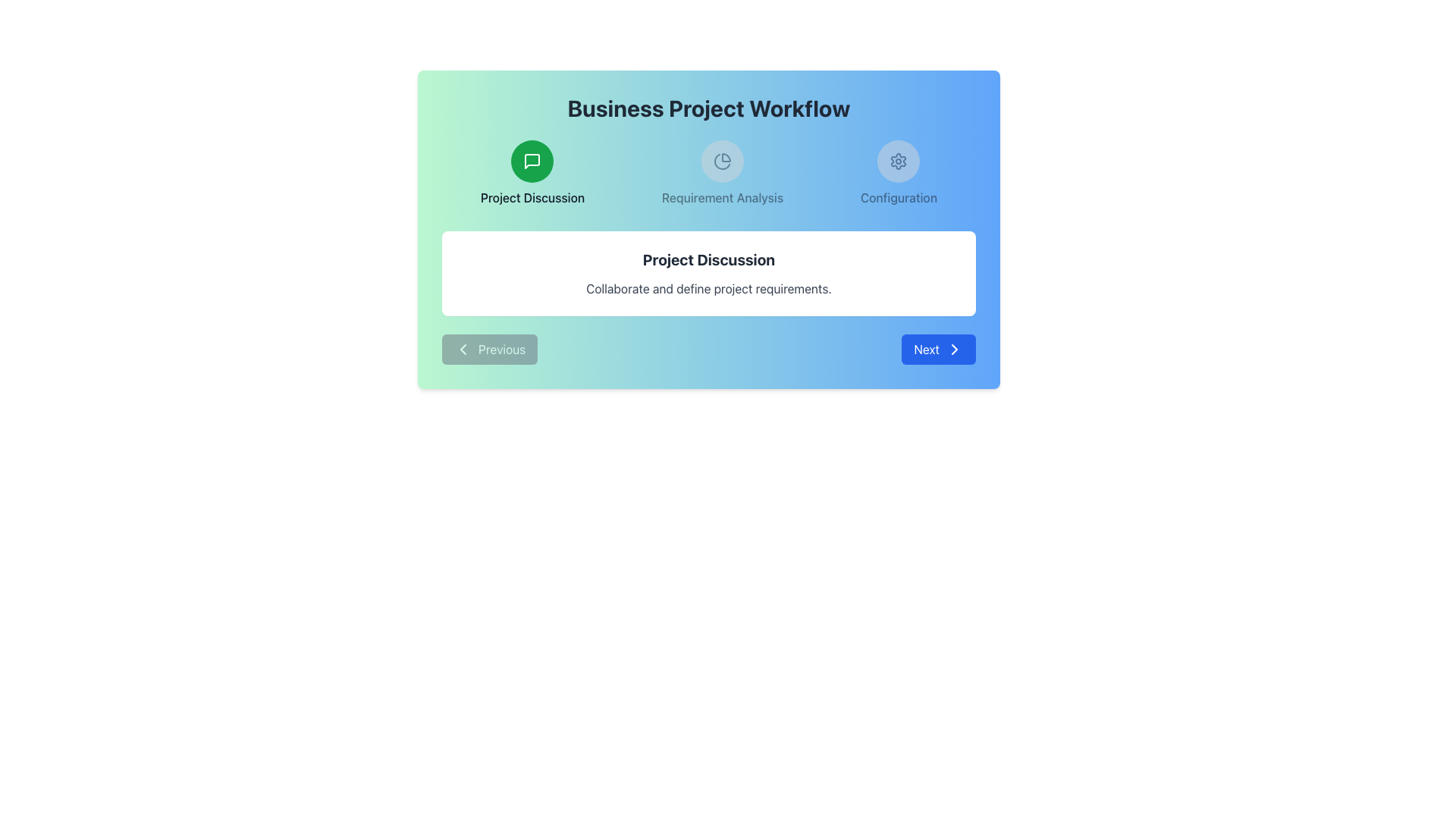 The width and height of the screenshot is (1456, 819). I want to click on the circular icon with a light gray background and dark gray gear symbol located in the top right of the 'Configuration' section, so click(899, 161).